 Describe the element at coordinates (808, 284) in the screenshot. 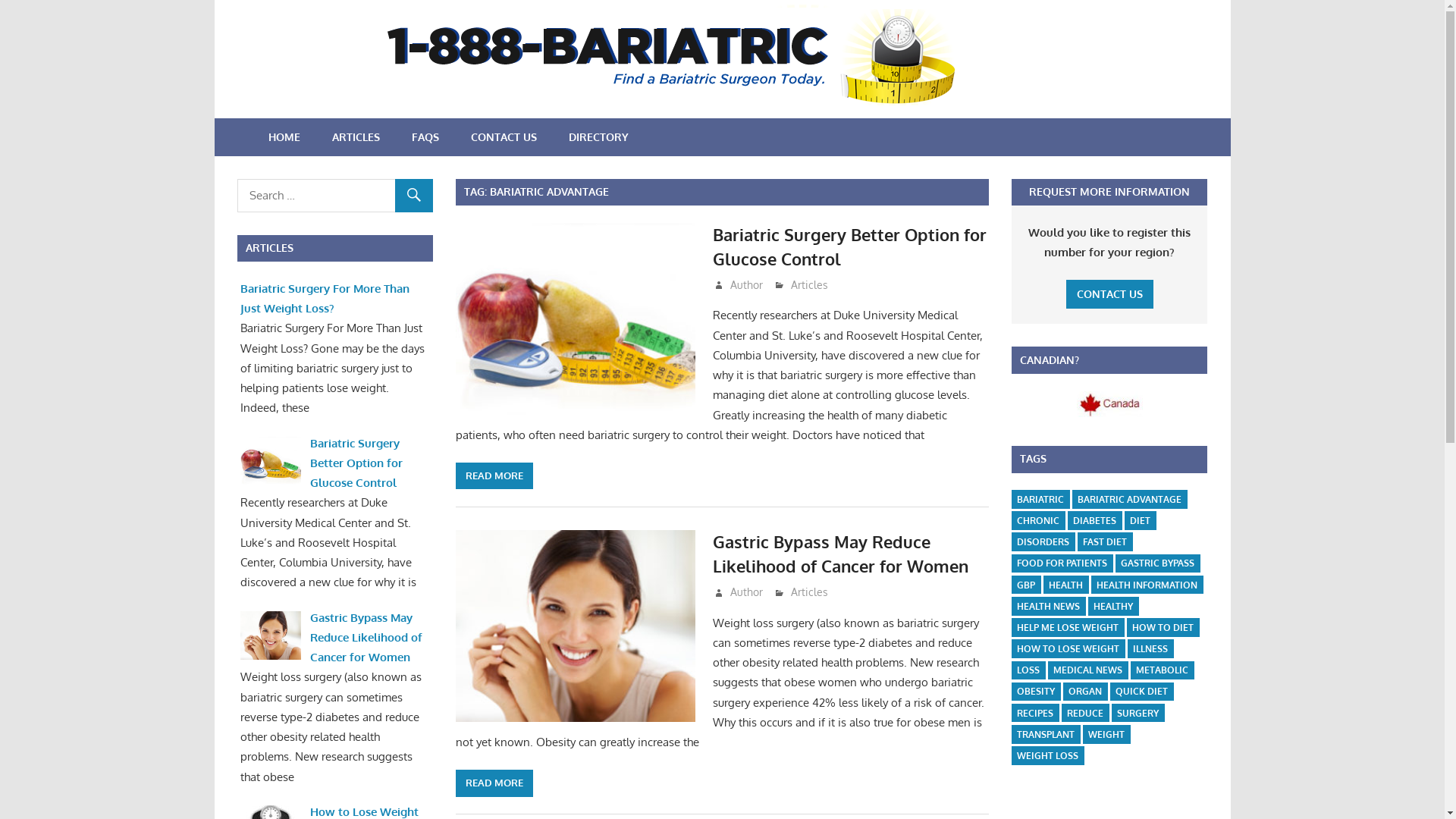

I see `'Articles'` at that location.